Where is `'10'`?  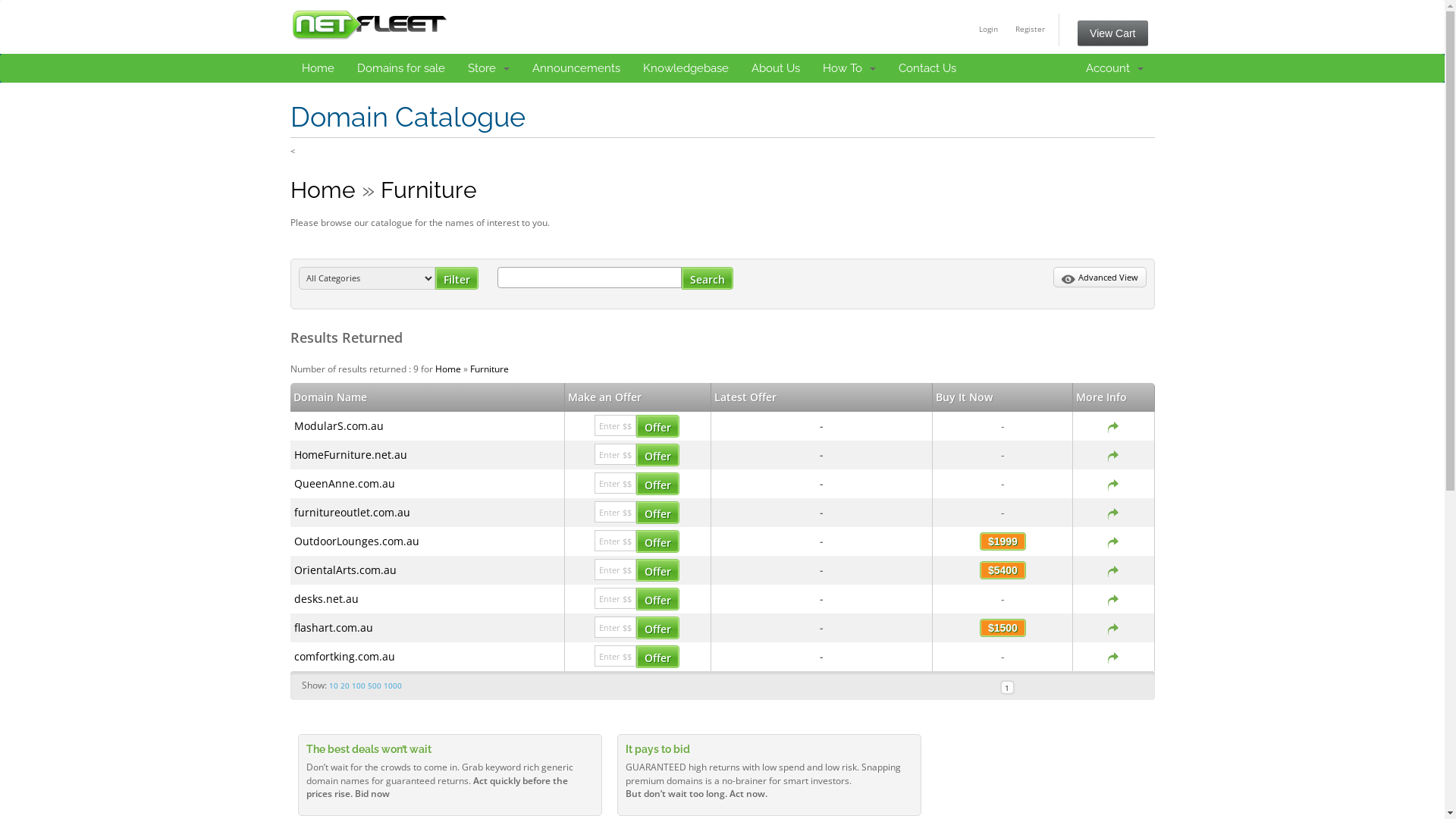 '10' is located at coordinates (333, 685).